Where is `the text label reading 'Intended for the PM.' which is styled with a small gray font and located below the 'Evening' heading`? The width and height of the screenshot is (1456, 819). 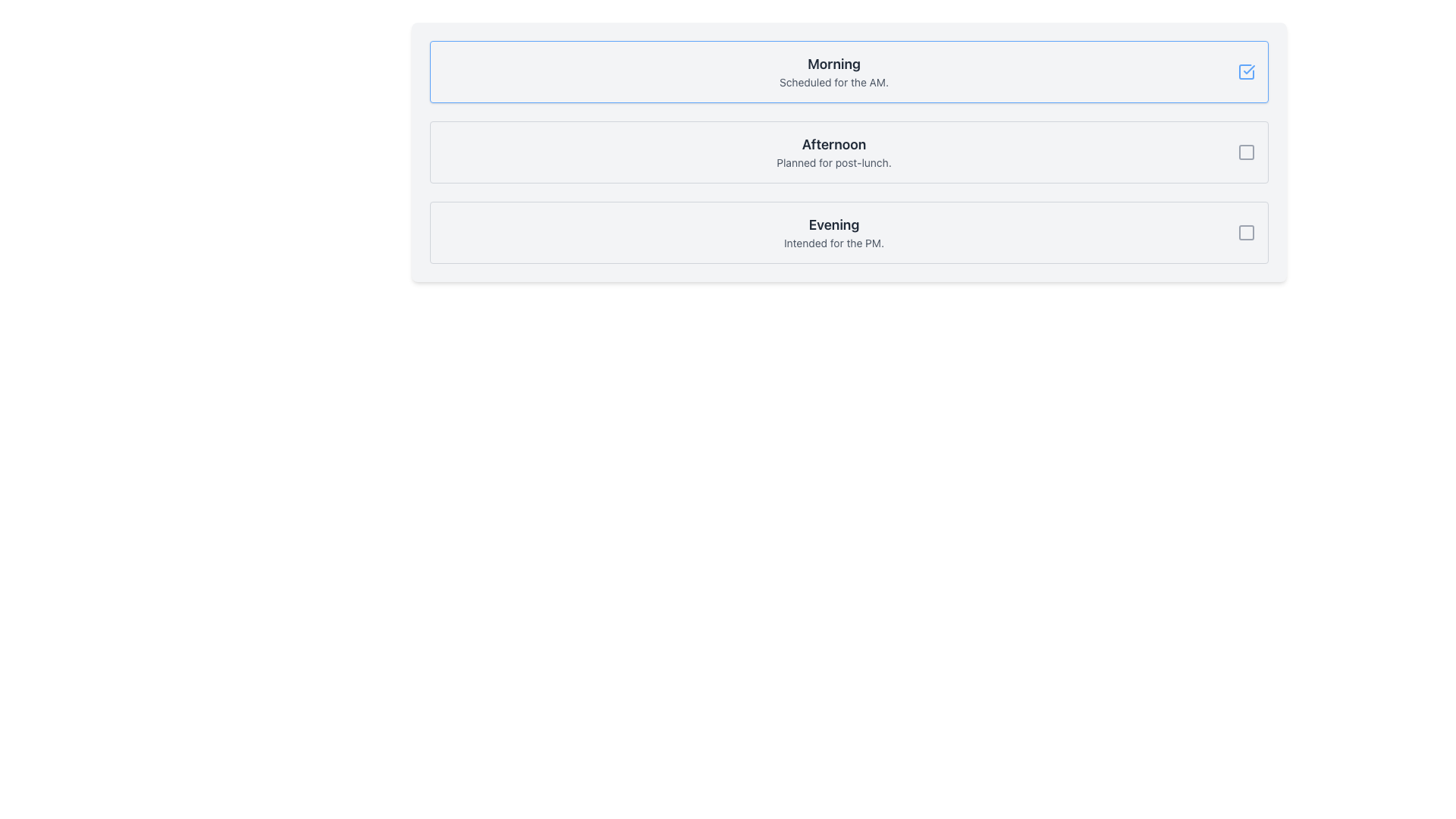 the text label reading 'Intended for the PM.' which is styled with a small gray font and located below the 'Evening' heading is located at coordinates (833, 242).